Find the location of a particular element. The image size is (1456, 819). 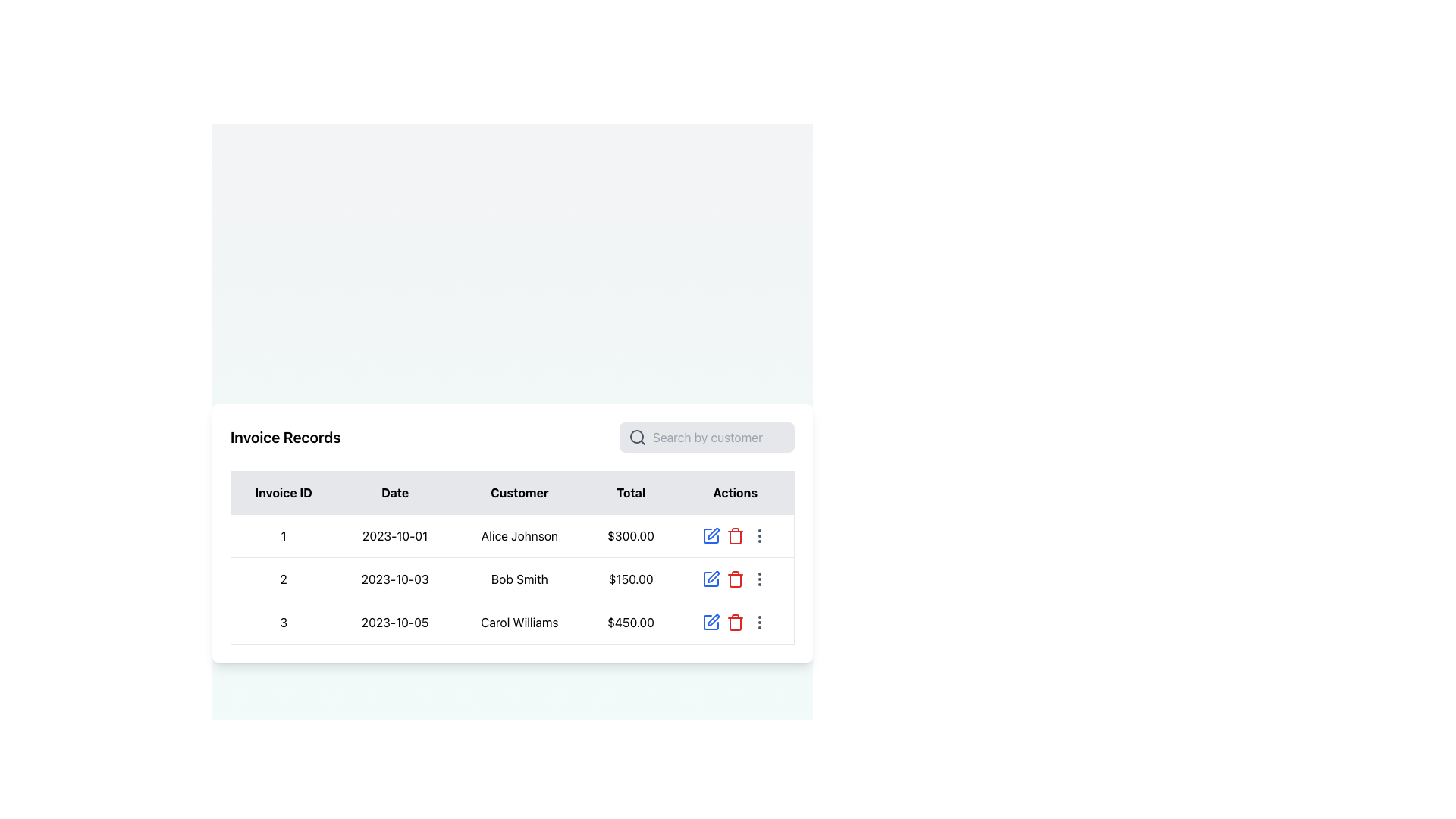

the 'Date' text label, which is the second column header in a table layout, displayed in bold within a light gray background is located at coordinates (395, 492).